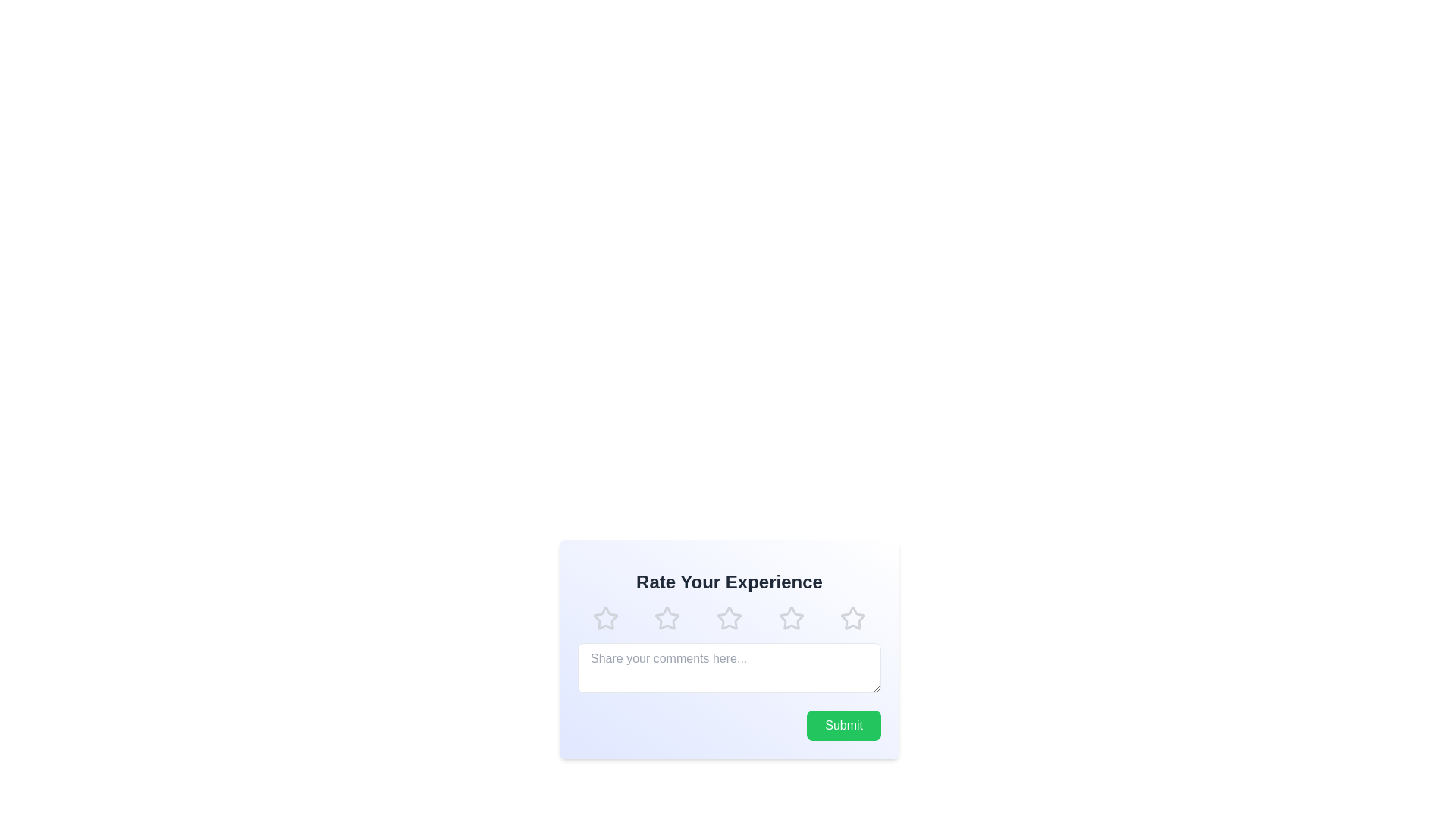 Image resolution: width=1456 pixels, height=819 pixels. Describe the element at coordinates (852, 619) in the screenshot. I see `the star rating to 5 stars` at that location.